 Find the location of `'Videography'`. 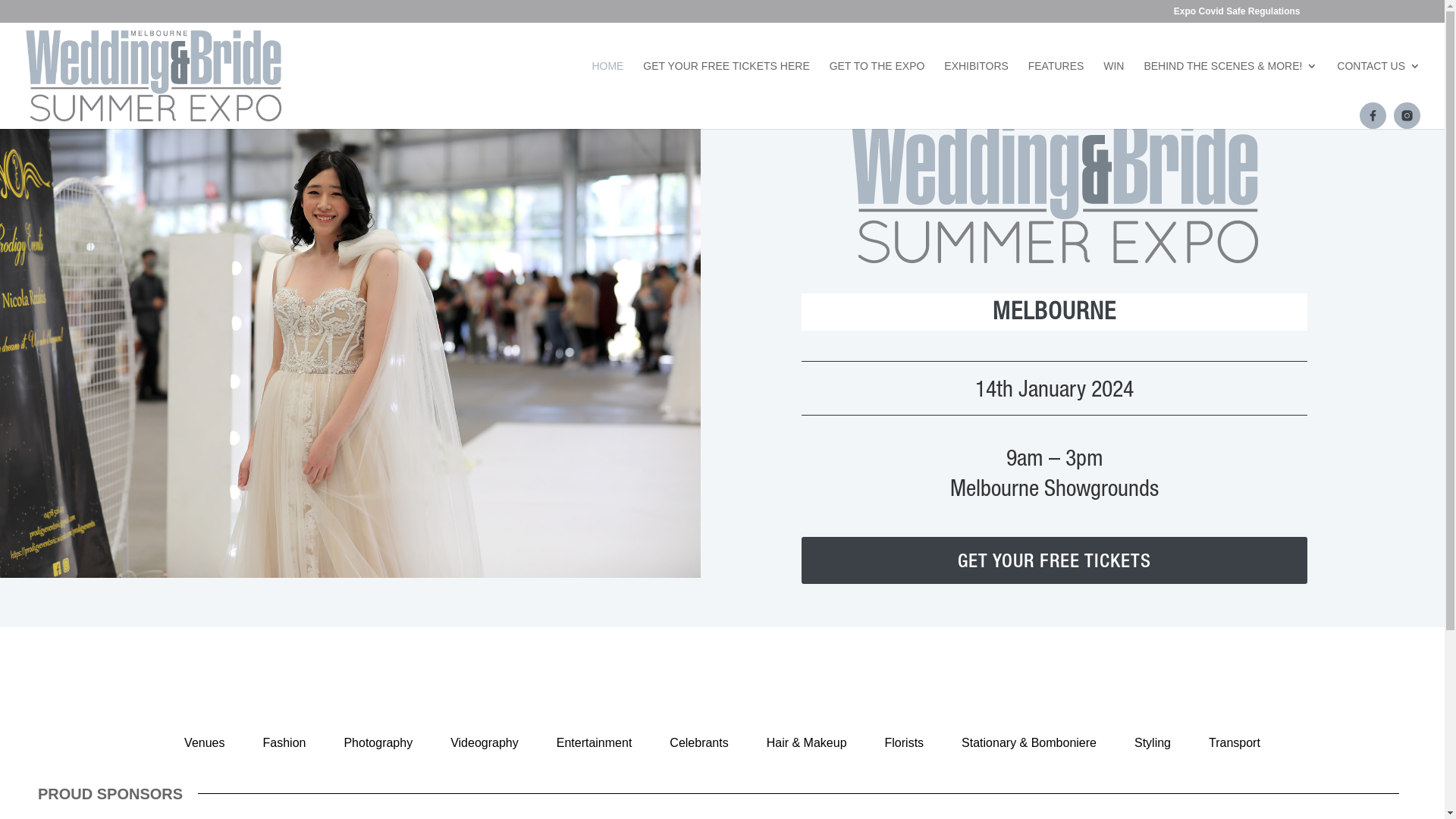

'Videography' is located at coordinates (436, 742).